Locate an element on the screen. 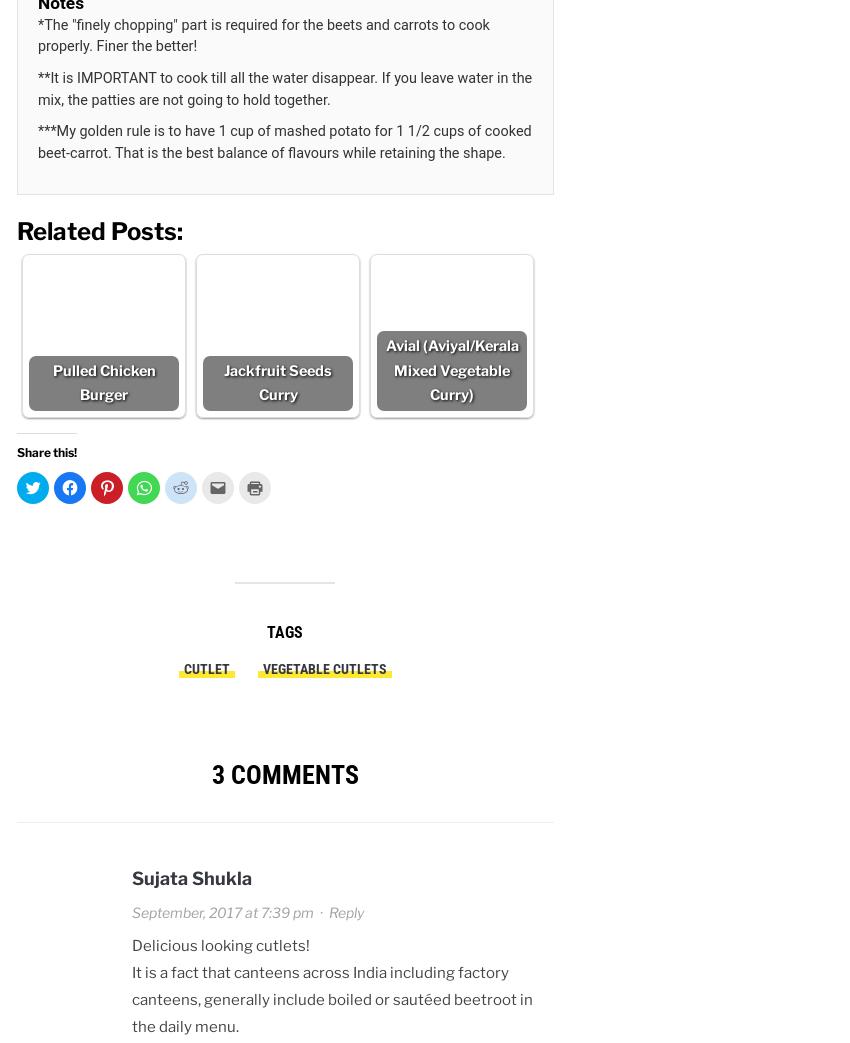 Image resolution: width=850 pixels, height=1043 pixels. 'Pulled Chicken Burger' is located at coordinates (52, 382).